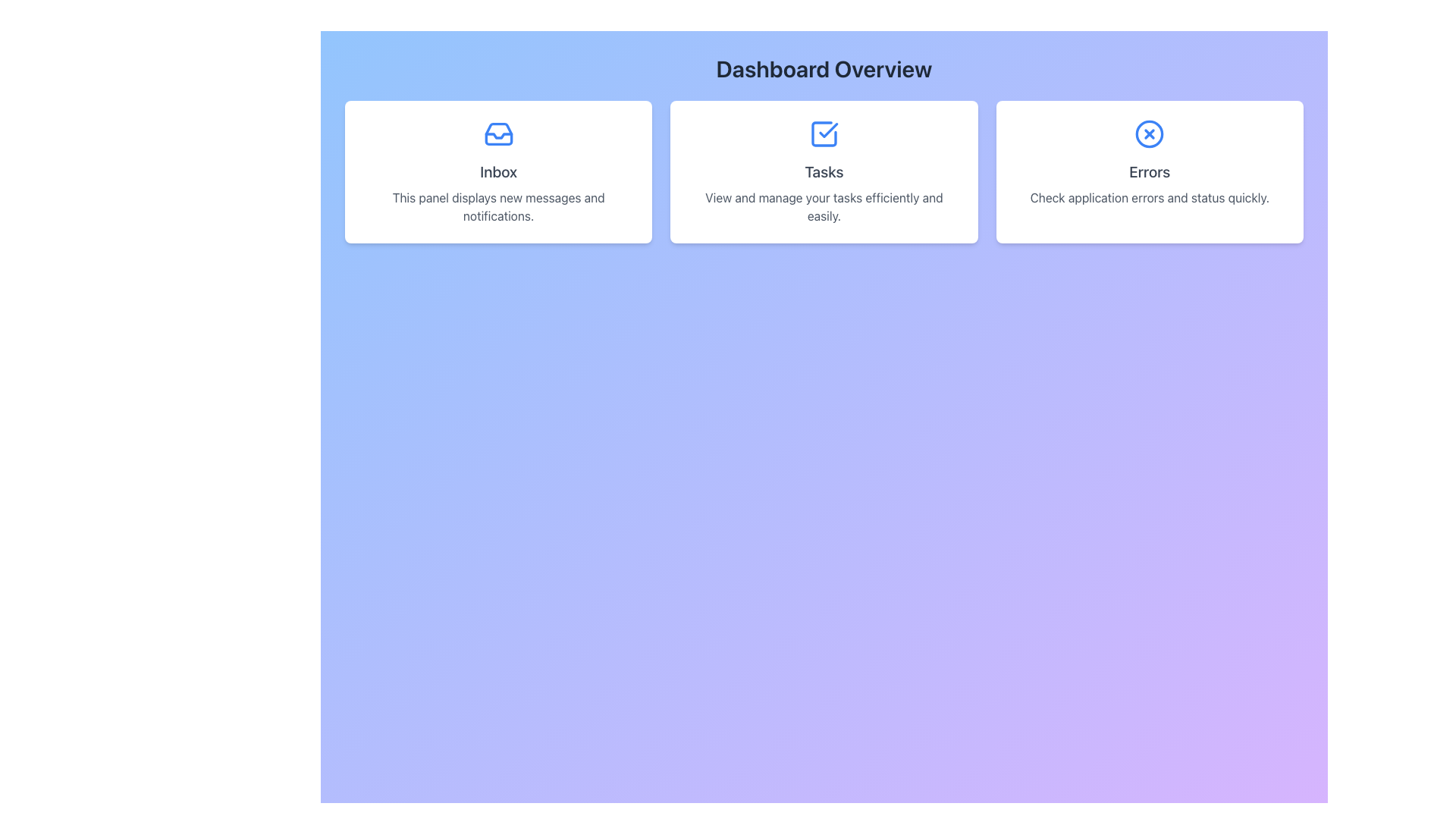  Describe the element at coordinates (498, 133) in the screenshot. I see `the decorative icon representing the 'Inbox' panel located at the center top of the 'Inbox' card` at that location.